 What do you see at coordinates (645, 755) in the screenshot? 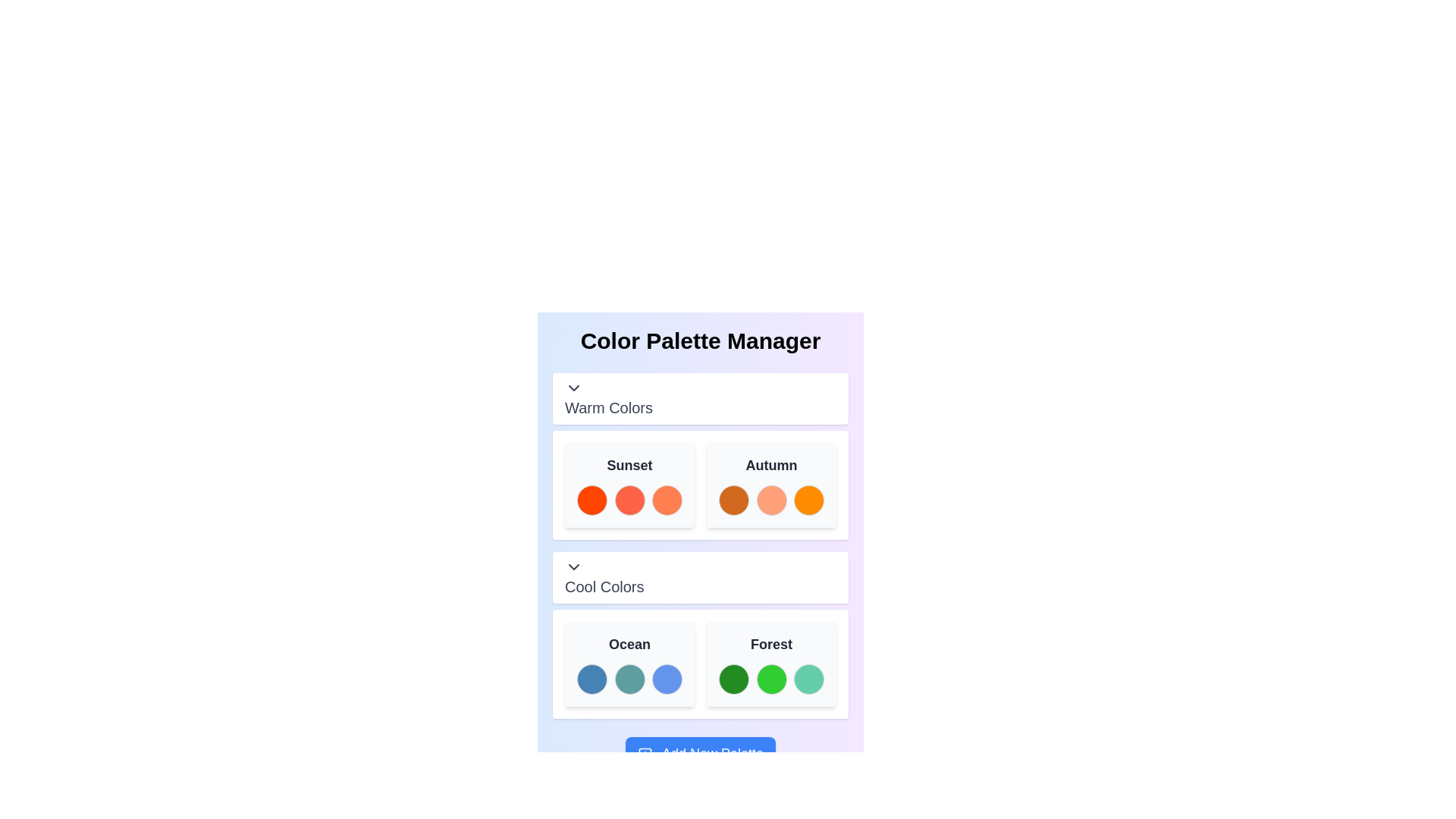
I see `the interactive graphic, a small rounded square located below the 'Add New Palette' button` at bounding box center [645, 755].